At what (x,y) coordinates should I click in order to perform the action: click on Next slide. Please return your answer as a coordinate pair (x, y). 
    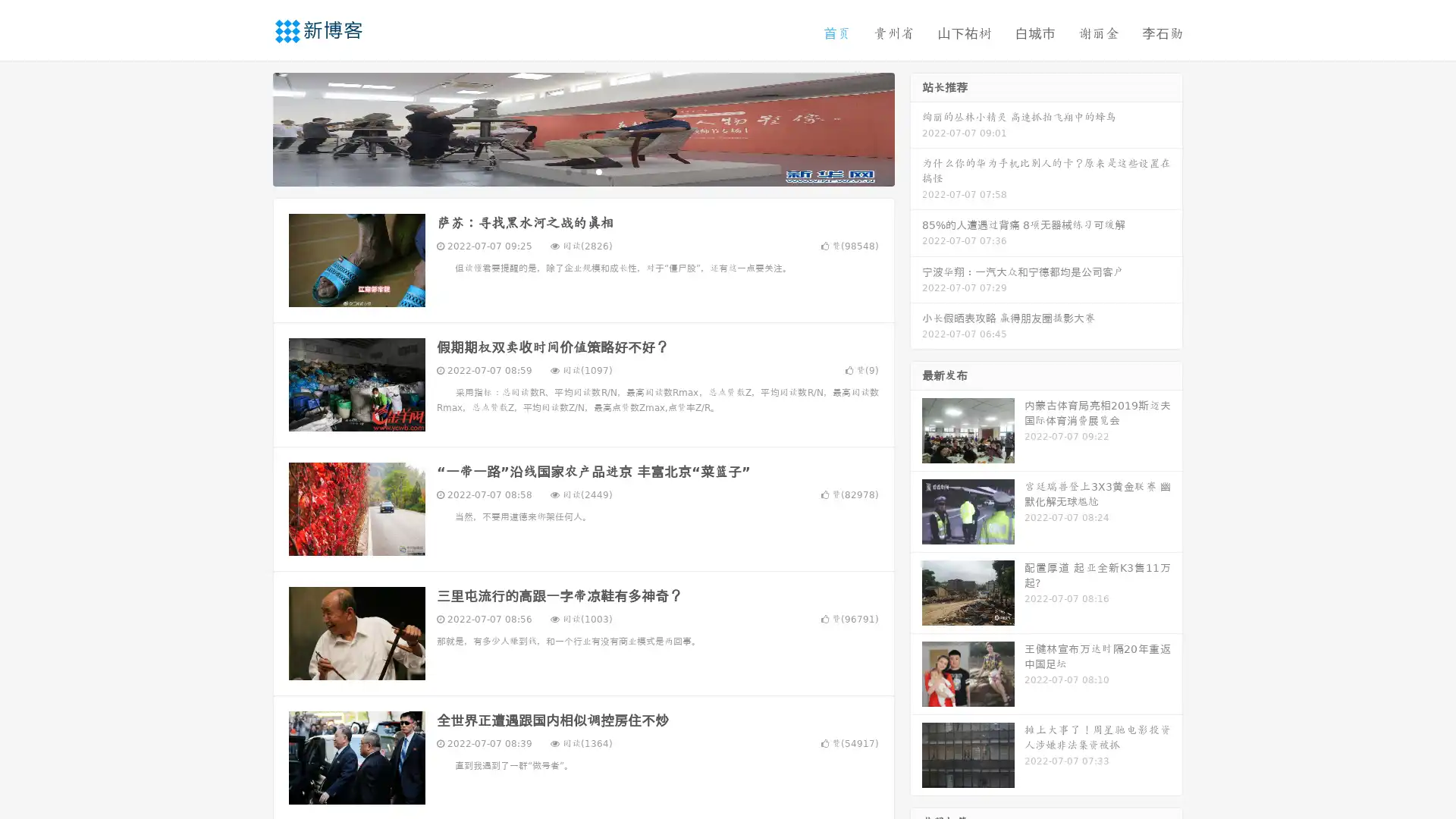
    Looking at the image, I should click on (916, 127).